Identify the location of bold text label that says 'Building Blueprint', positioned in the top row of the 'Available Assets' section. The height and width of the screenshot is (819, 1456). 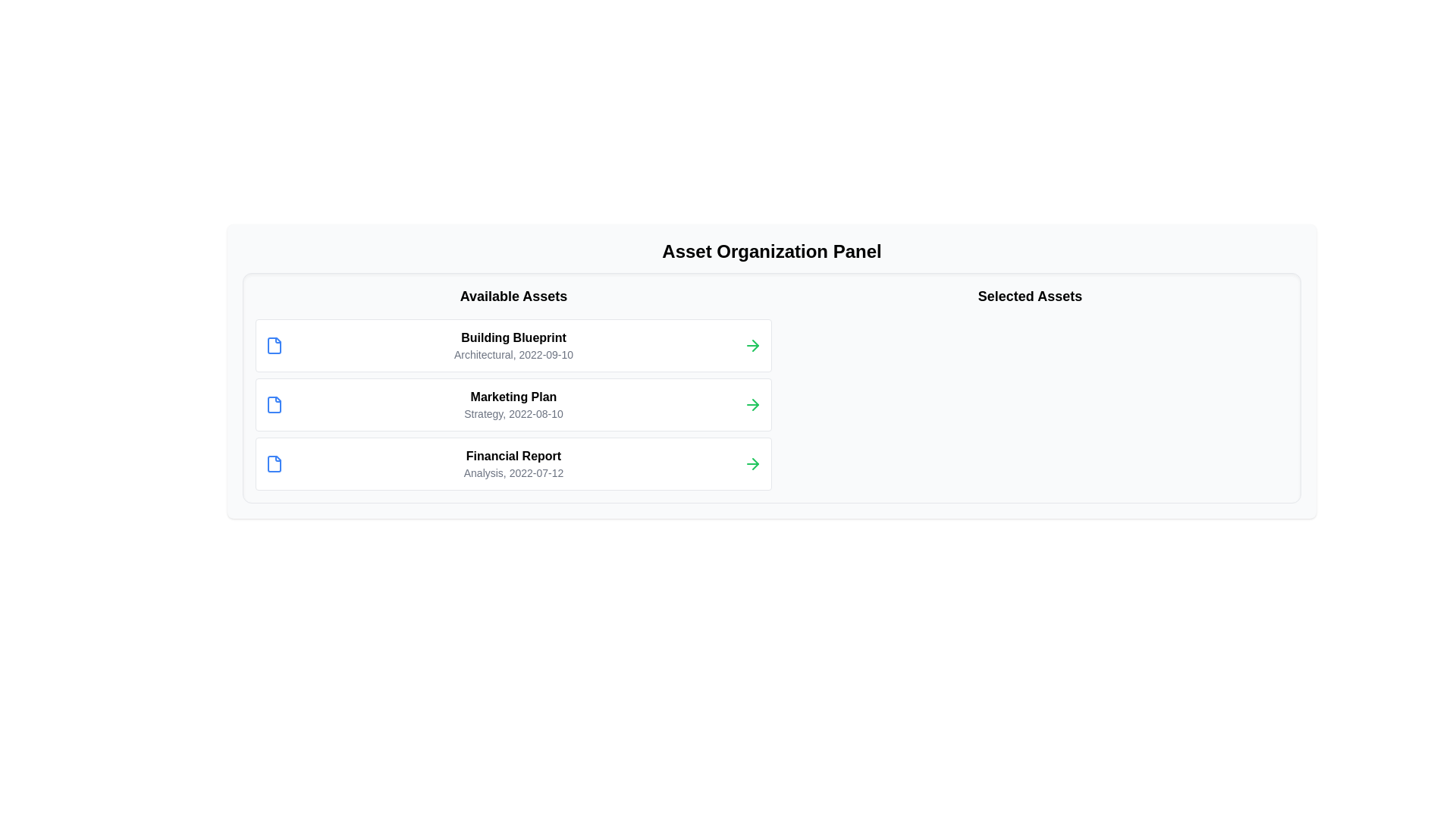
(513, 337).